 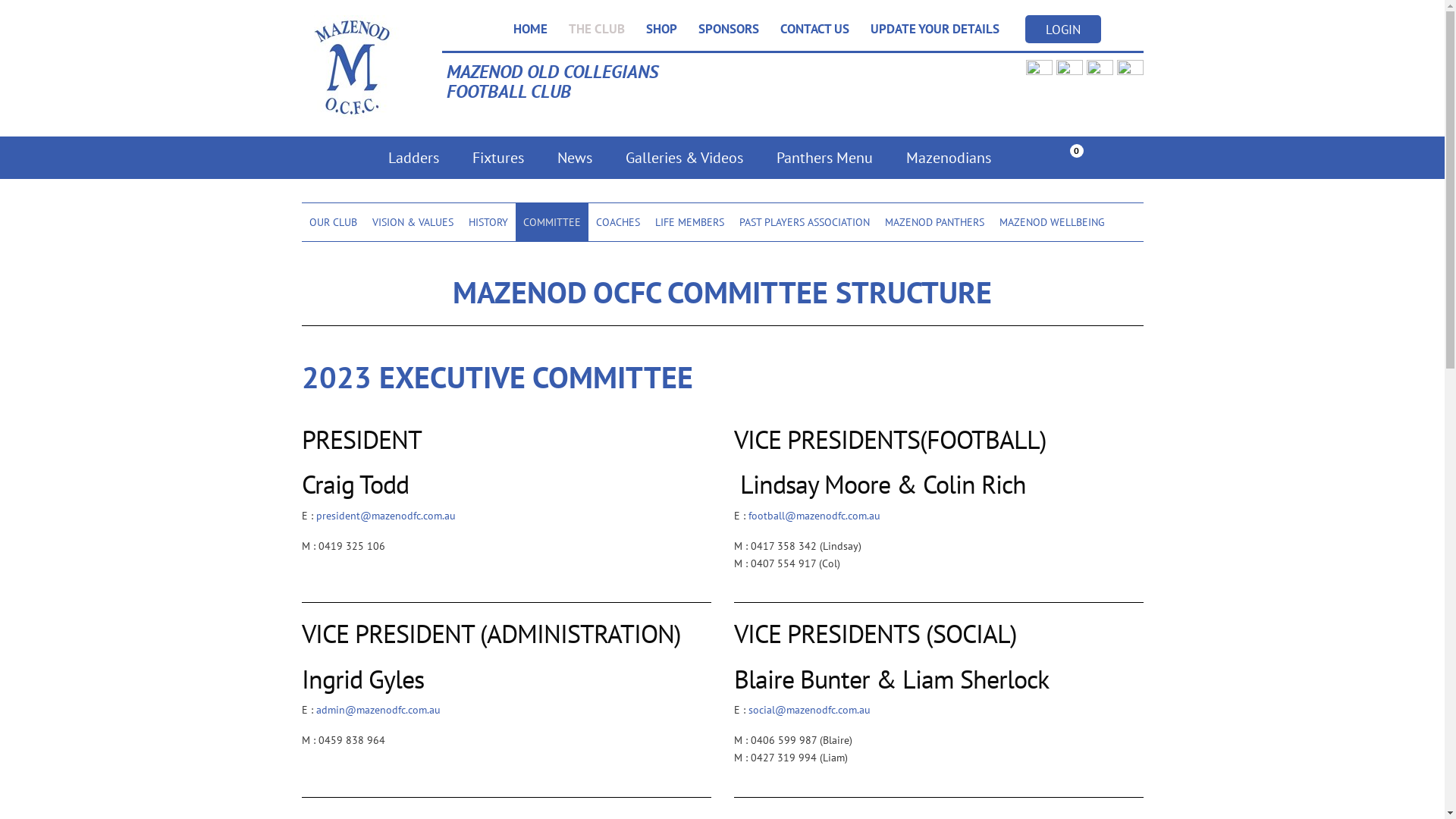 I want to click on 'PAST PLAYERS ASSOCIATION', so click(x=803, y=222).